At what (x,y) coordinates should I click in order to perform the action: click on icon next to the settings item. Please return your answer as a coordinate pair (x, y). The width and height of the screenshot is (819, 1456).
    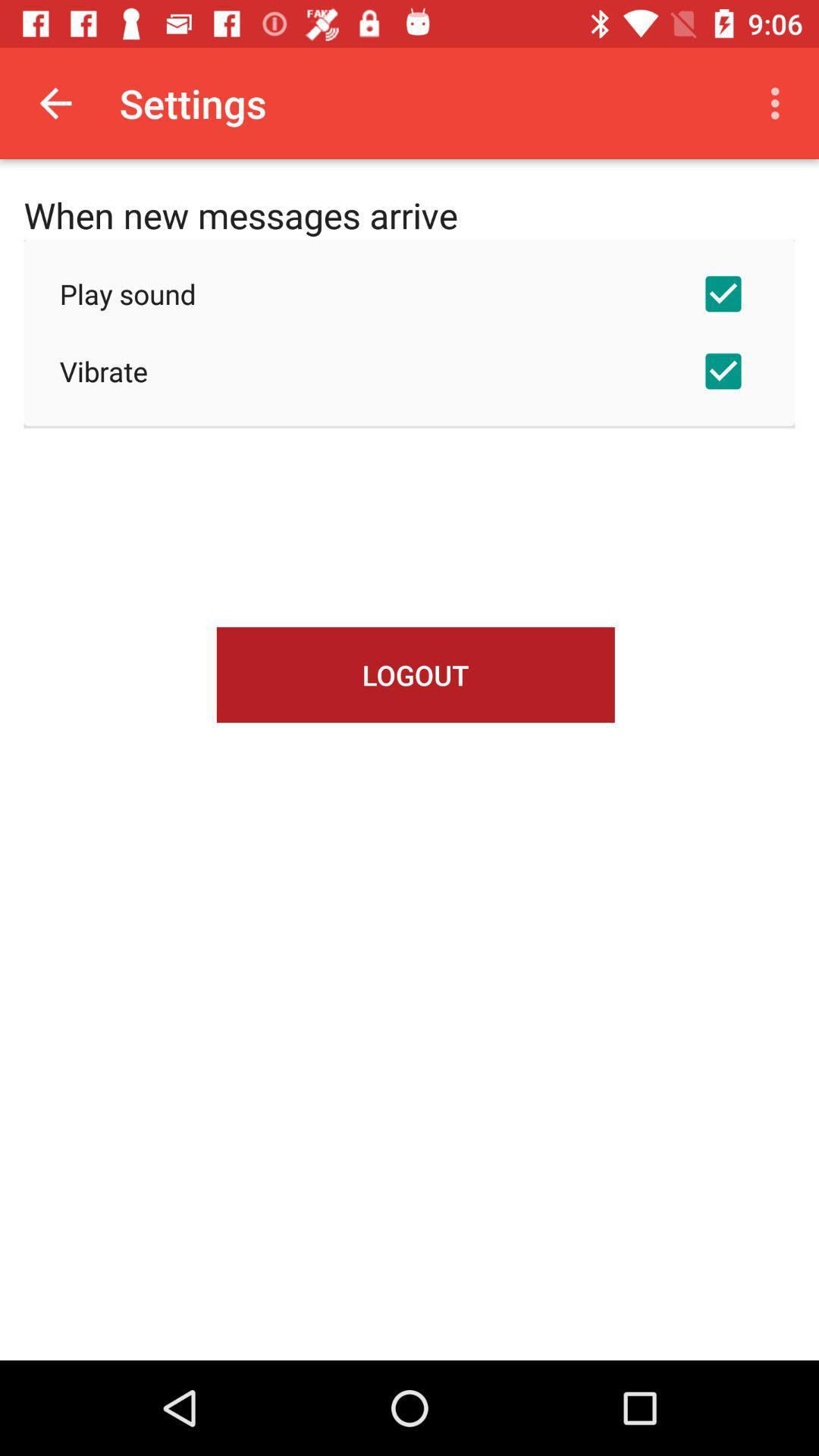
    Looking at the image, I should click on (779, 102).